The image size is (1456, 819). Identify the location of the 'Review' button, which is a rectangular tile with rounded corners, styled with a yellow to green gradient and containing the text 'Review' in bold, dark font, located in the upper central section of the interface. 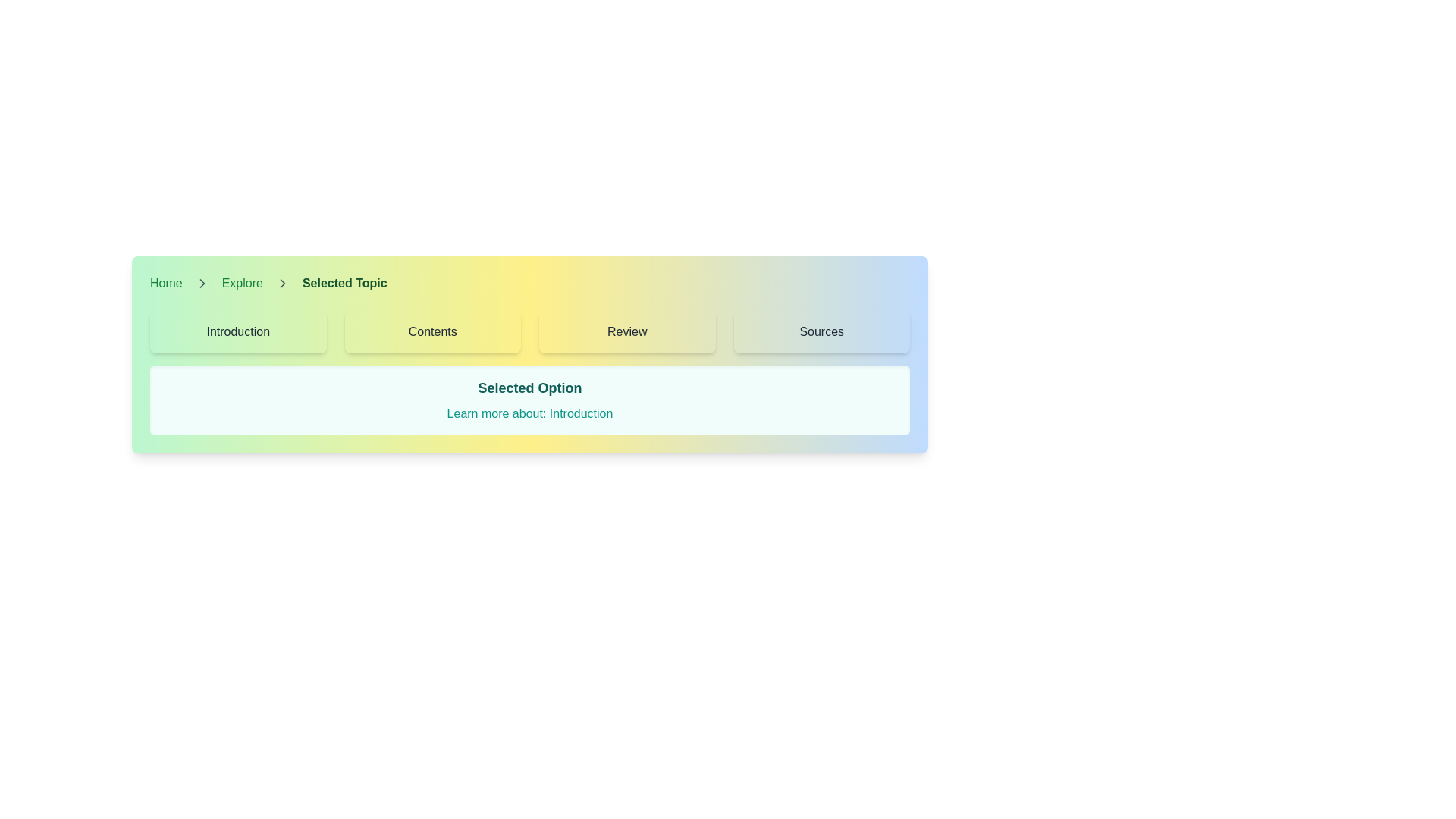
(627, 331).